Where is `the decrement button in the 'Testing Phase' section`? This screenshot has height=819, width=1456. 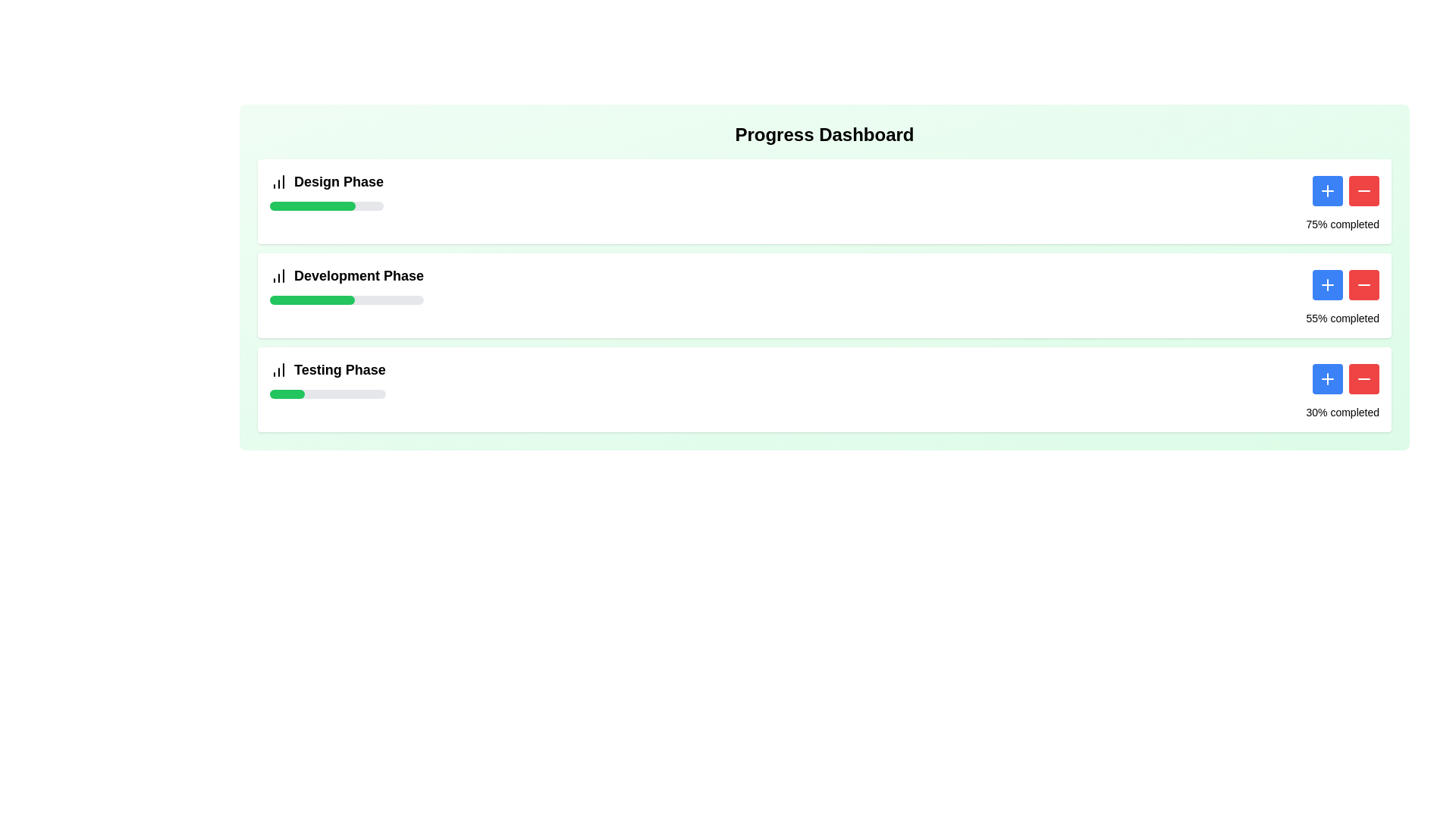 the decrement button in the 'Testing Phase' section is located at coordinates (1364, 378).